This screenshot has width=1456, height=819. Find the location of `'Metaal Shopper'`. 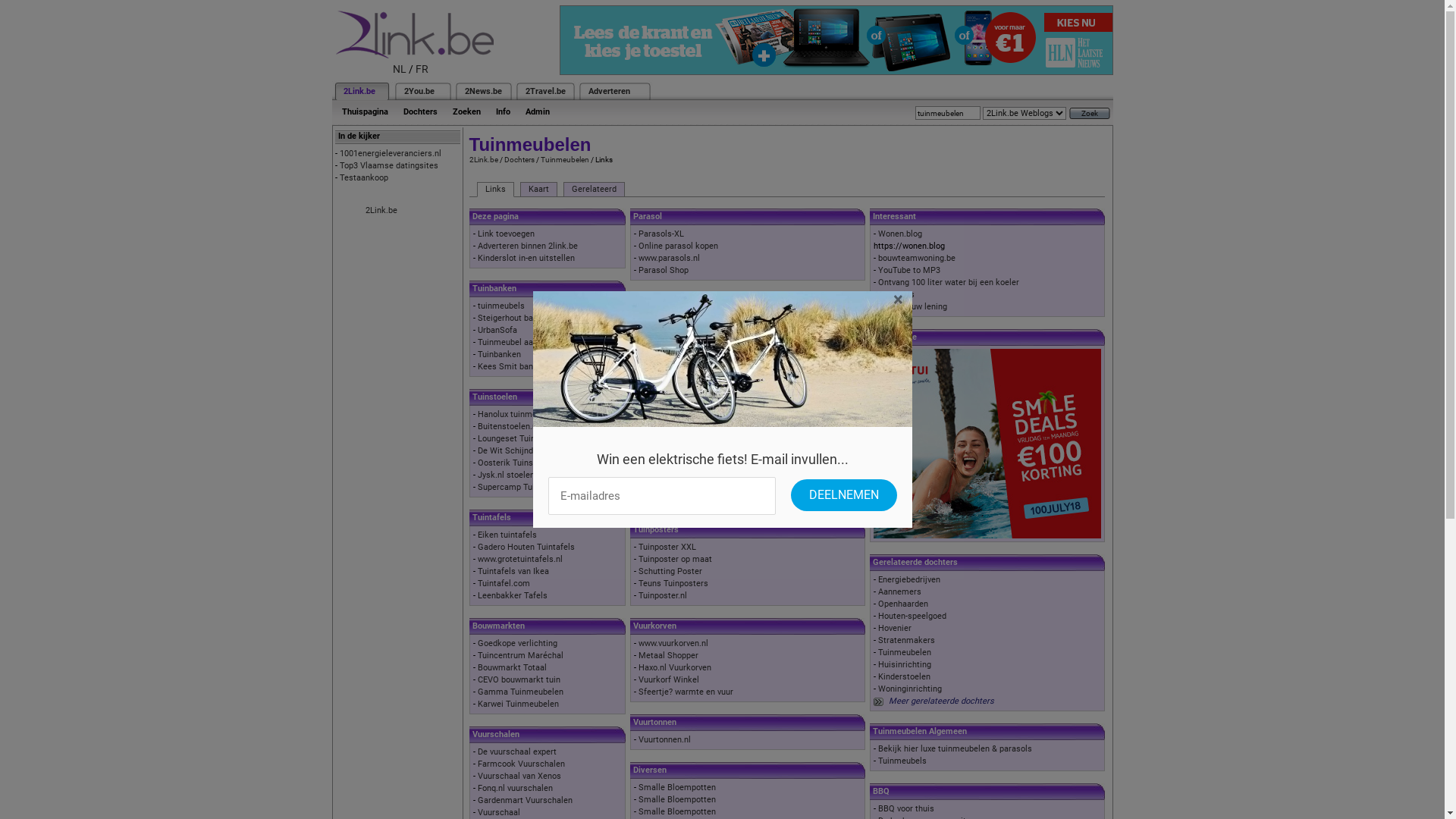

'Metaal Shopper' is located at coordinates (638, 654).